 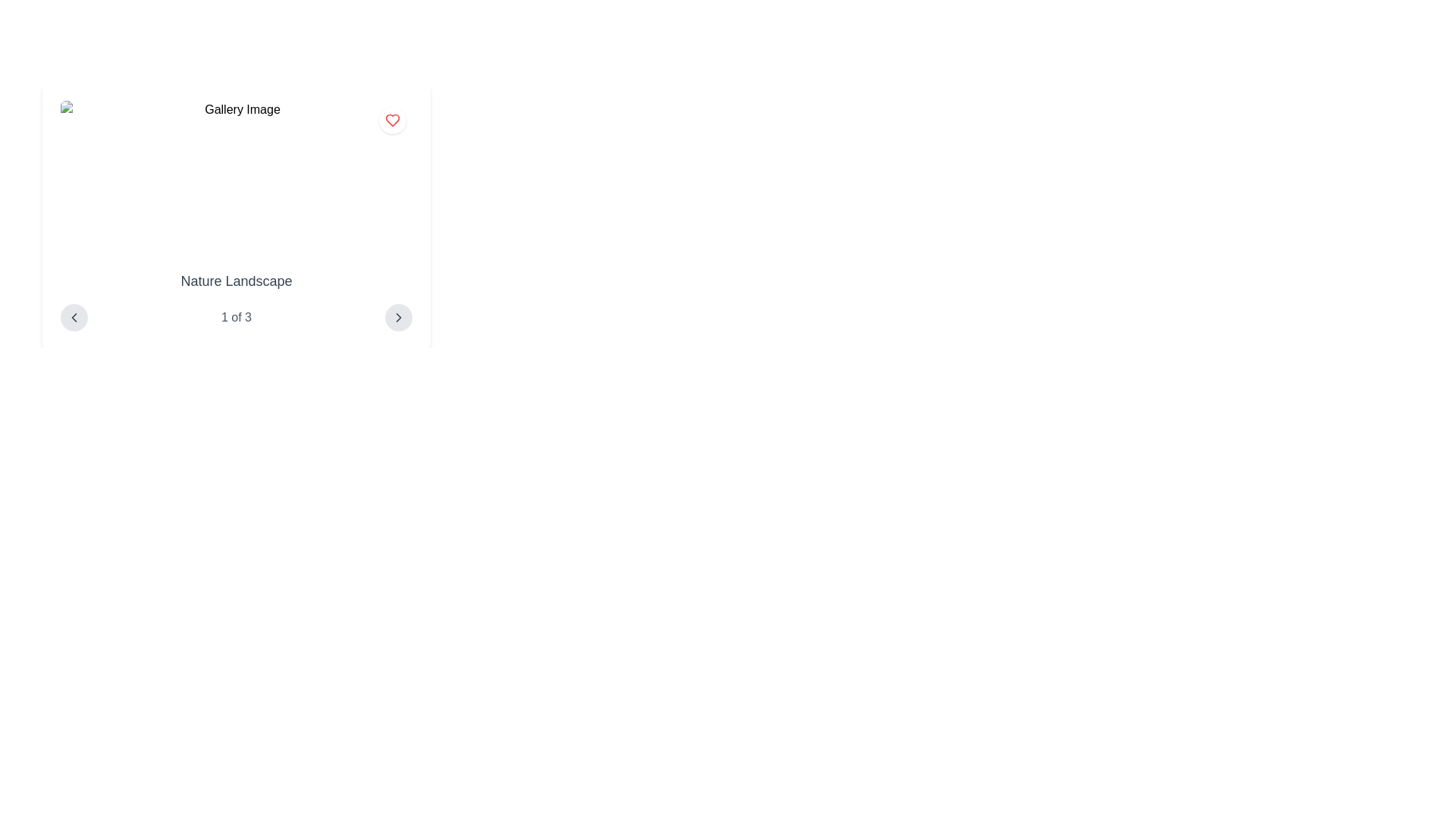 I want to click on the left-pointing chevron icon within the circular button located in the bottom-left corner of the card, so click(x=73, y=317).